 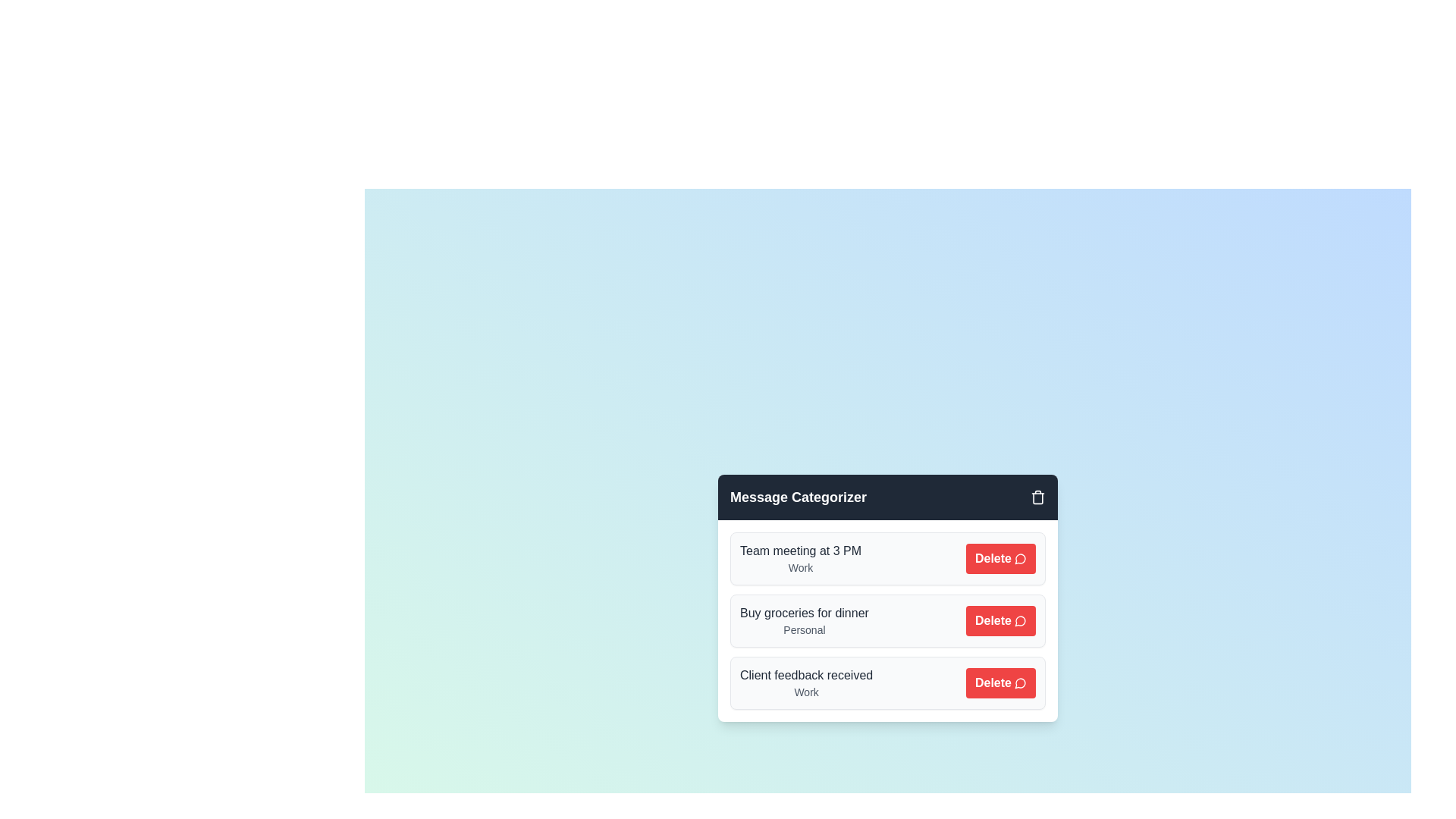 I want to click on the 'Trash' icon in the header to close the dialog, so click(x=1037, y=497).